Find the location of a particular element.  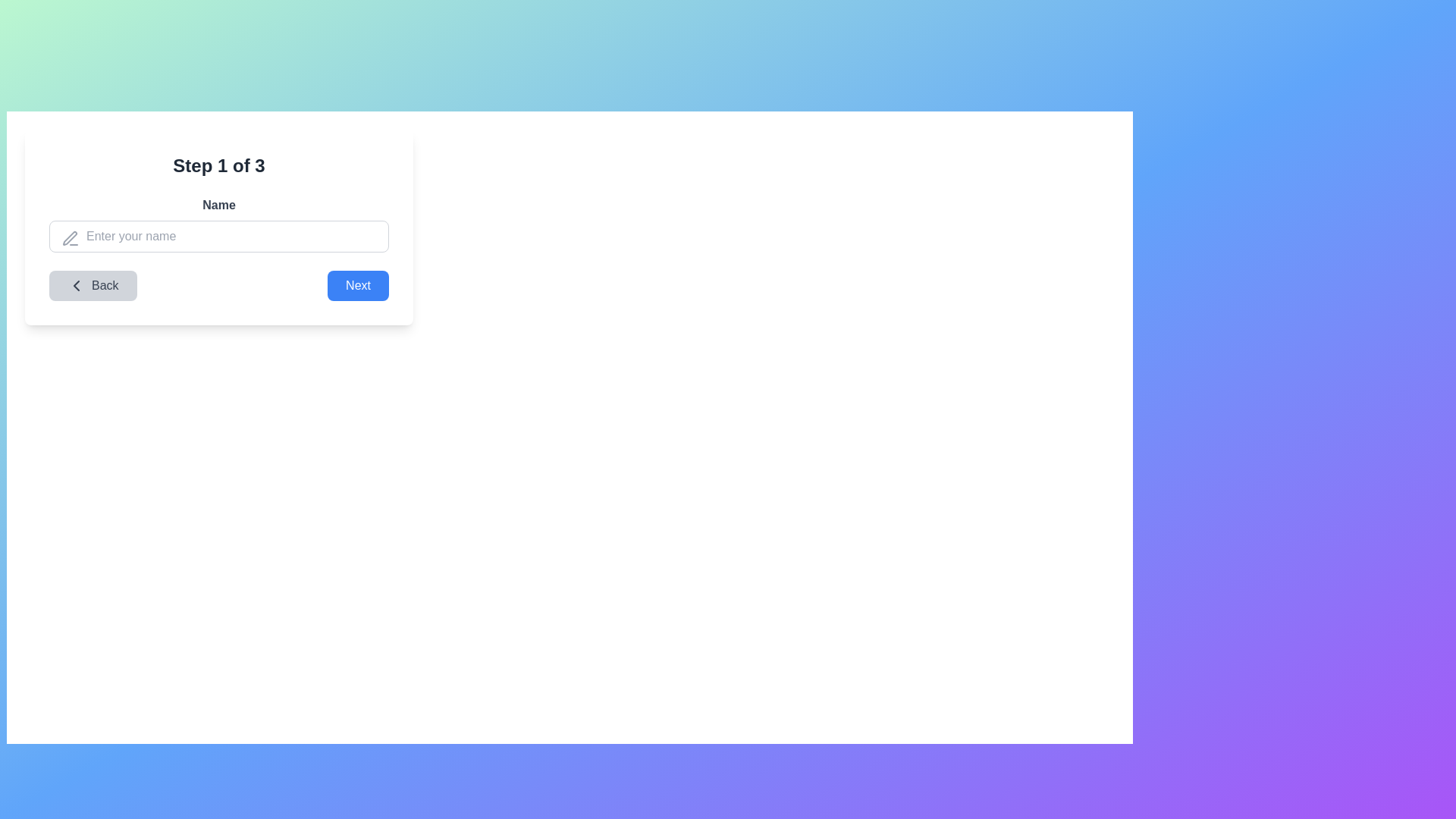

text displayed in the centered heading 'Step 1 of 3', which is a large, bold, dark gray text on a white card at the top of the content area is located at coordinates (218, 166).